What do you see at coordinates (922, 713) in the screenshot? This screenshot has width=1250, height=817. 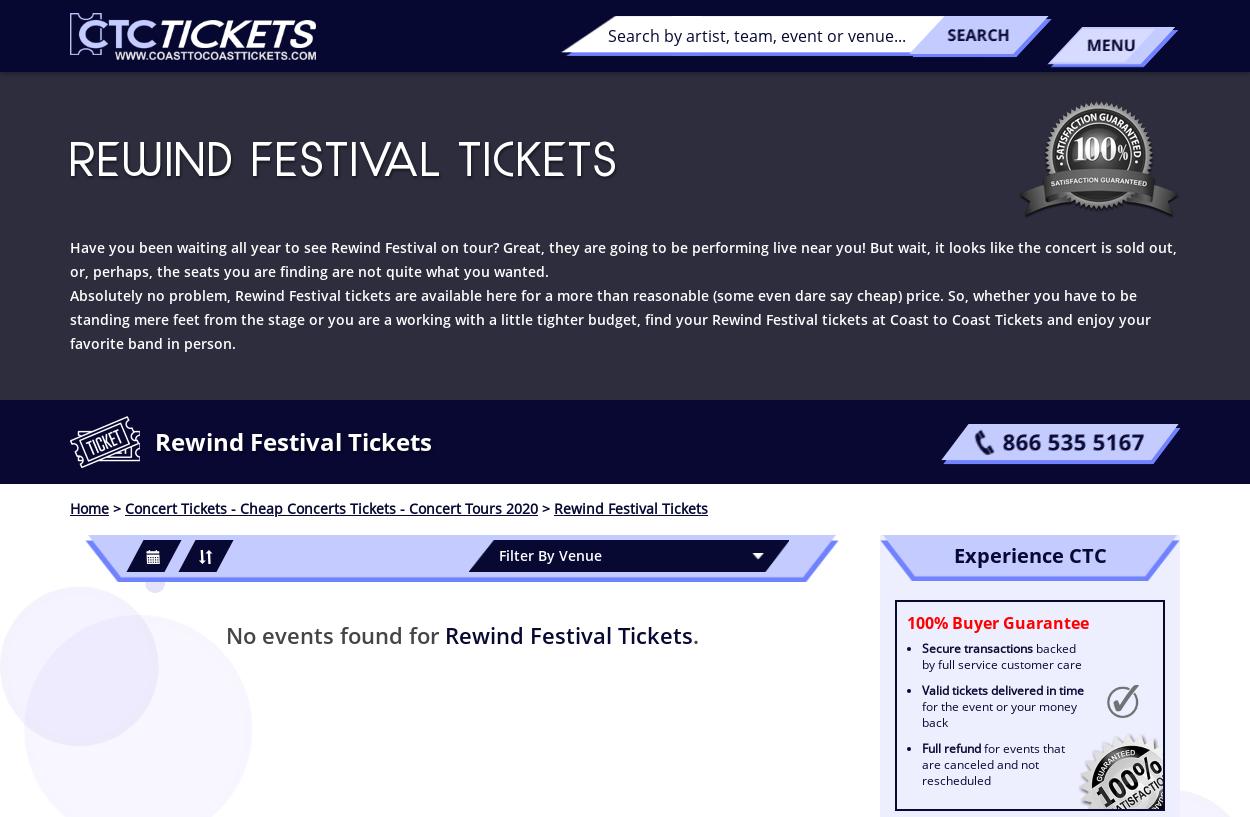 I see `'for the event or your money back'` at bounding box center [922, 713].